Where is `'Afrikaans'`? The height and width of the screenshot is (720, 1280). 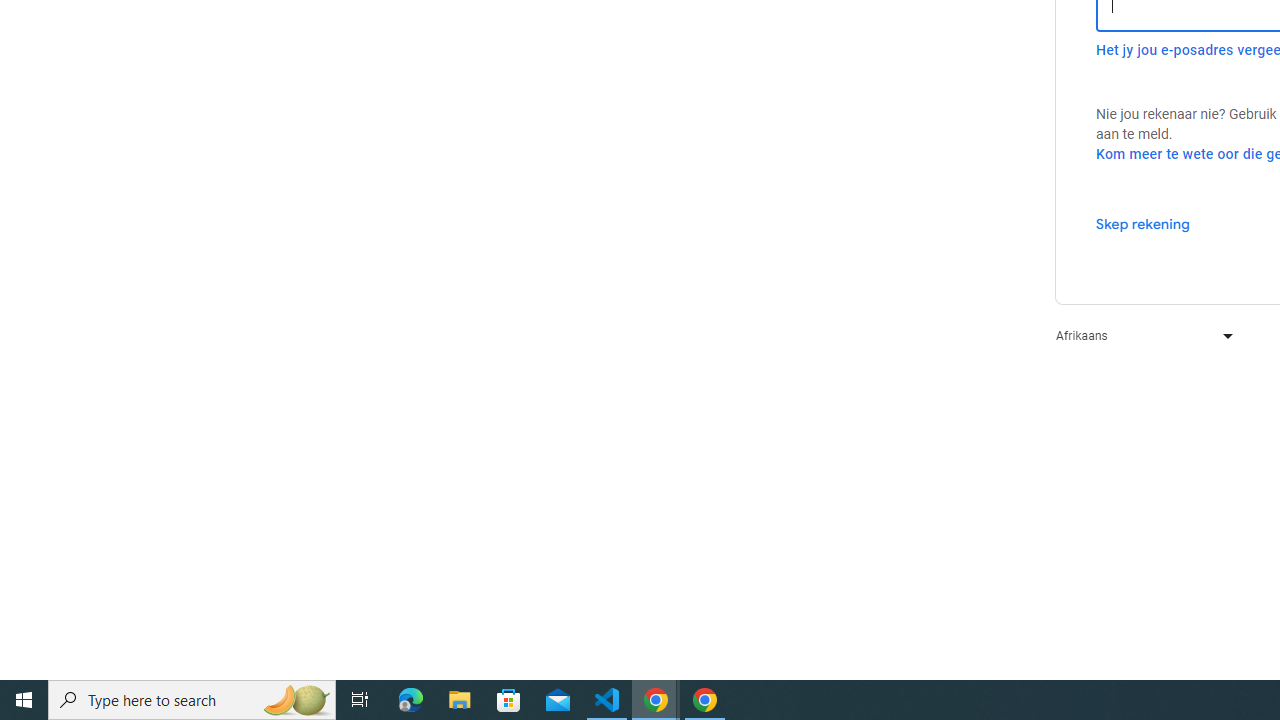 'Afrikaans' is located at coordinates (1139, 334).